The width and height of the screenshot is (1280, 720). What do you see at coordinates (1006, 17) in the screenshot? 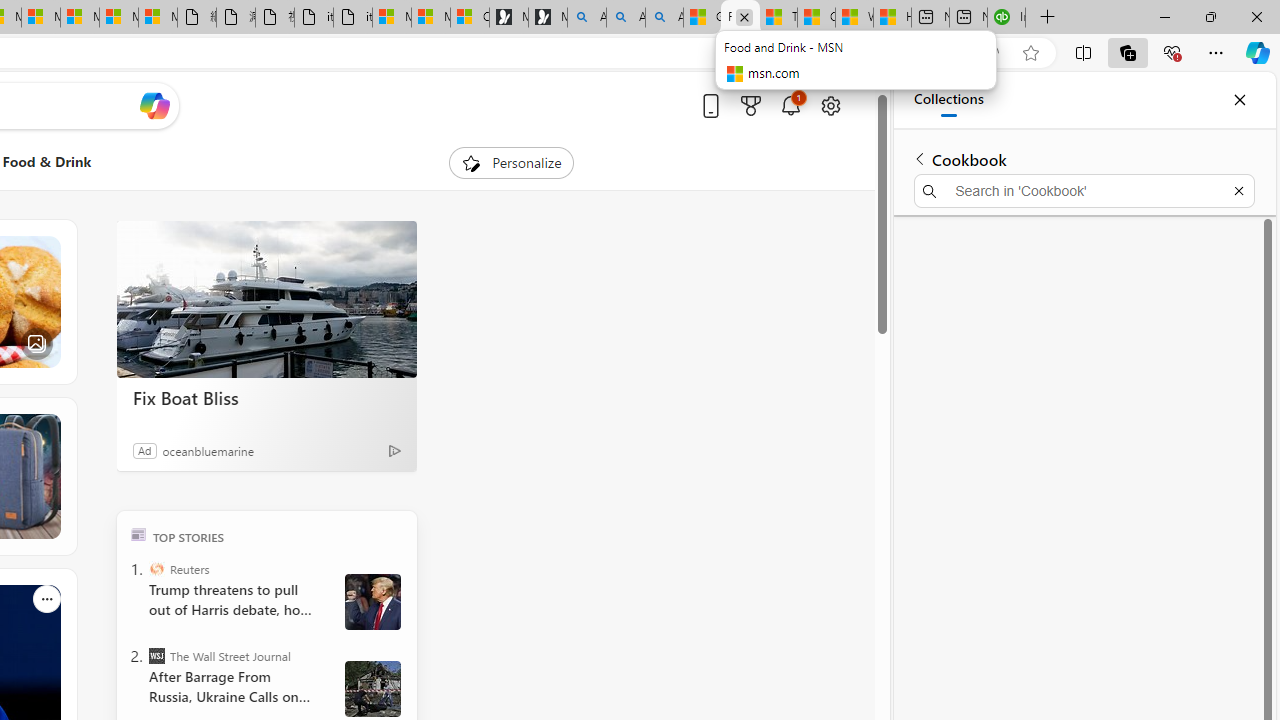
I see `'Intuit QuickBooks Online - Quickbooks'` at bounding box center [1006, 17].